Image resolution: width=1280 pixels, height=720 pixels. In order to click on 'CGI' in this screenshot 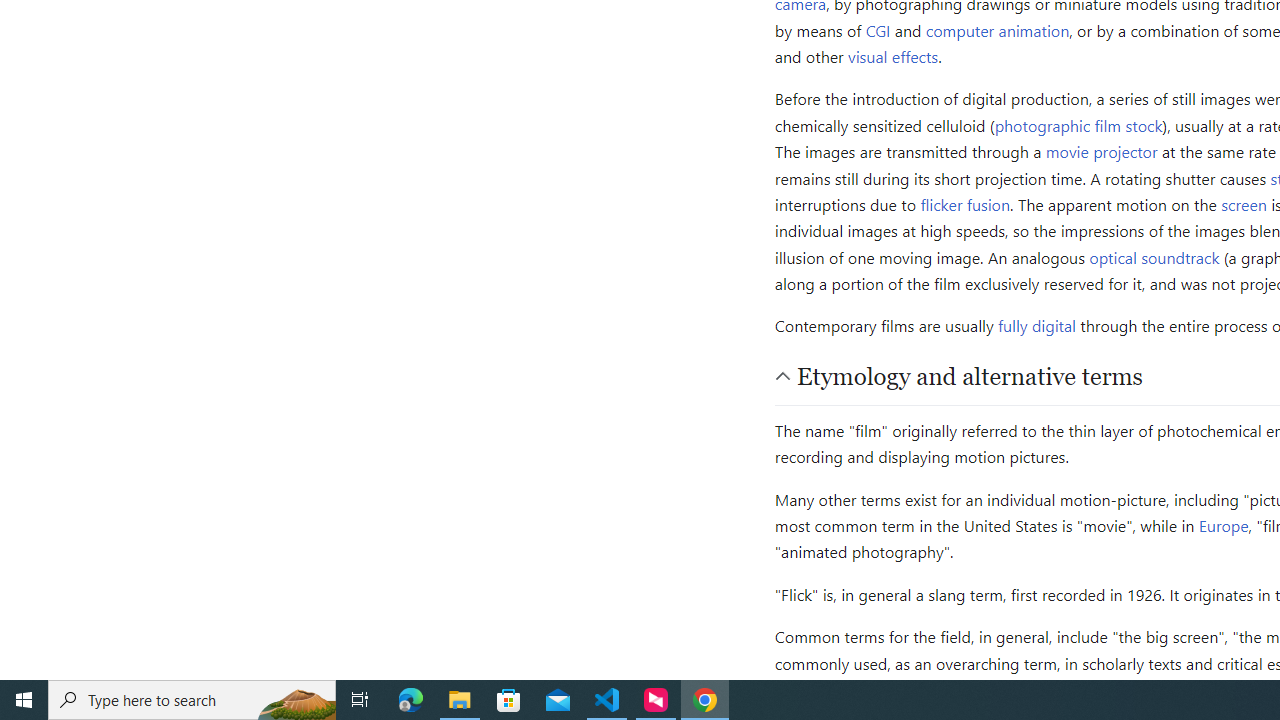, I will do `click(878, 29)`.